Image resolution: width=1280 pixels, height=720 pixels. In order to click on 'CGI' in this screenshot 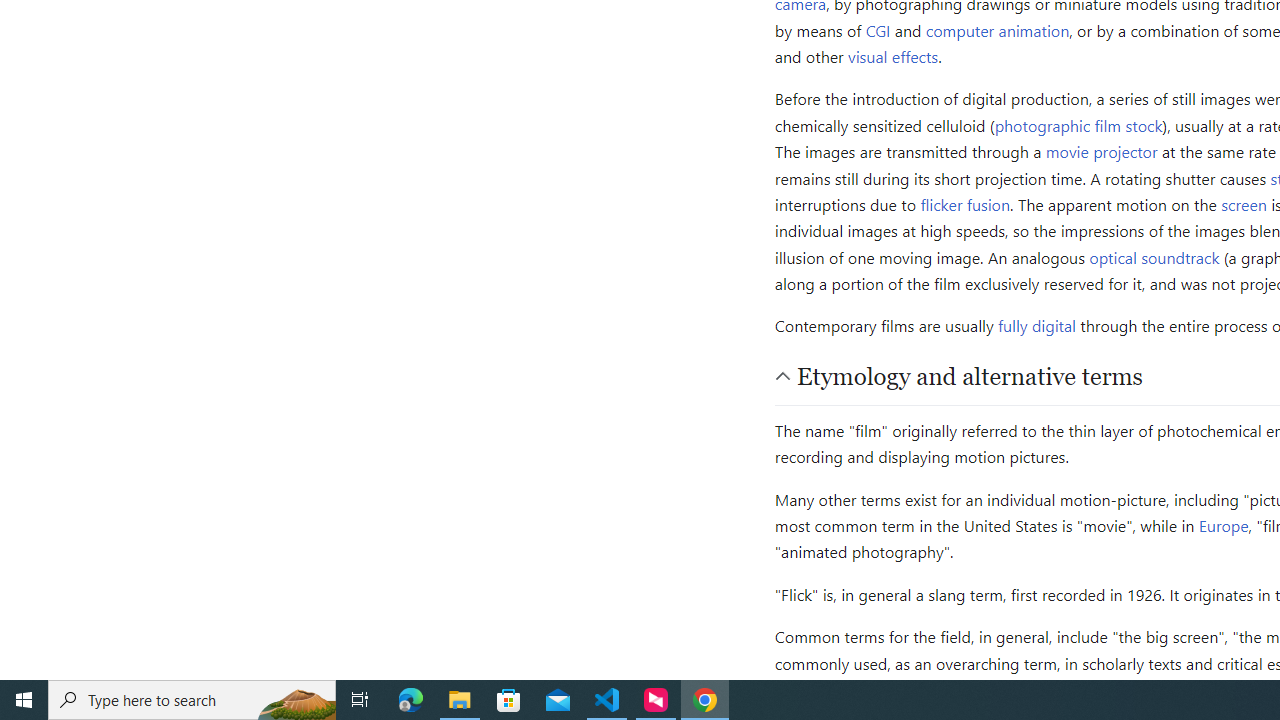, I will do `click(878, 29)`.